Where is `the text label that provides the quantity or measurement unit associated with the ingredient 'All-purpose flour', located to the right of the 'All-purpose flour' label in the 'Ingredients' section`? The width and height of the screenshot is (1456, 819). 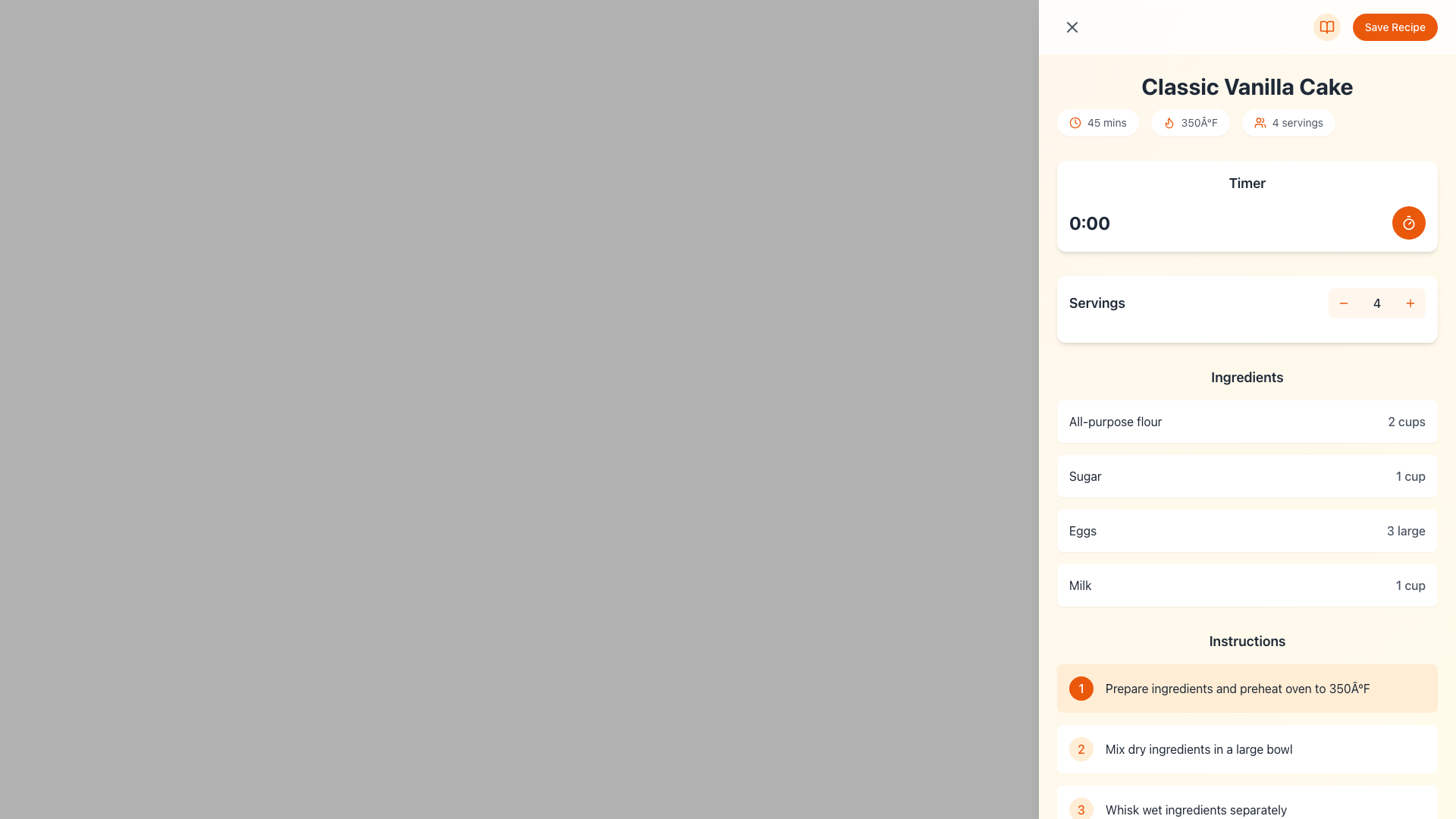
the text label that provides the quantity or measurement unit associated with the ingredient 'All-purpose flour', located to the right of the 'All-purpose flour' label in the 'Ingredients' section is located at coordinates (1406, 421).